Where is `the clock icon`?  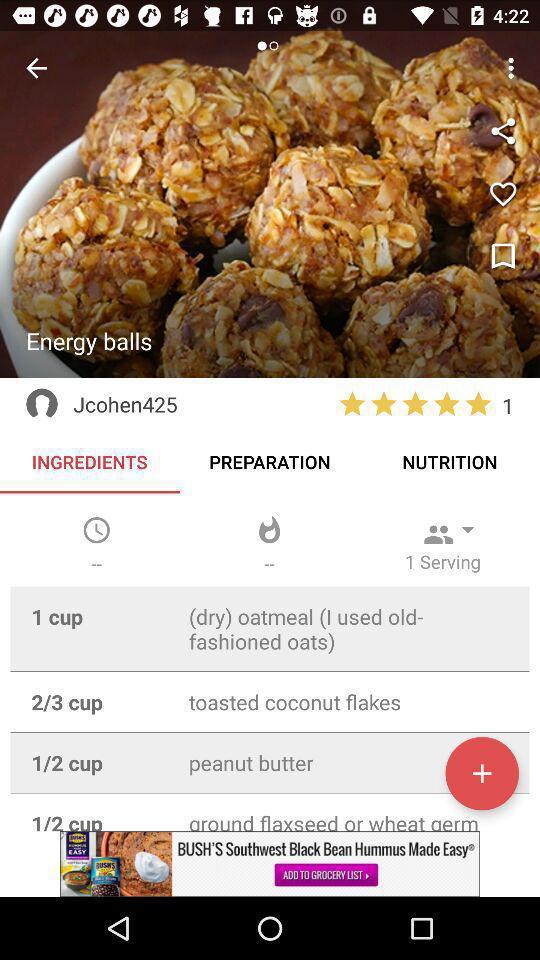 the clock icon is located at coordinates (95, 529).